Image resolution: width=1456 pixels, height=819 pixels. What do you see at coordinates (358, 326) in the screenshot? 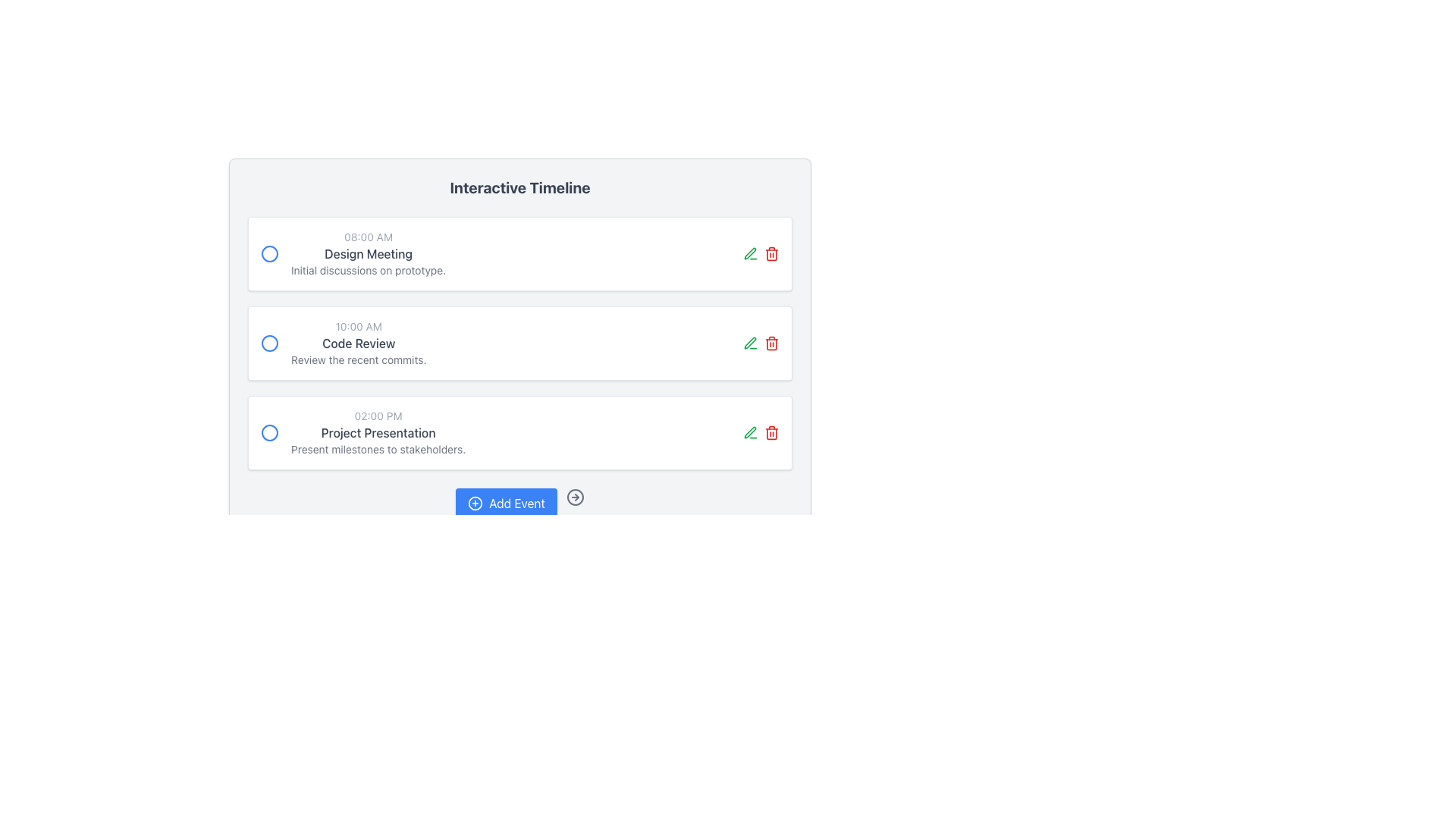
I see `the time label displaying '10:00 AM', which is styled in small gray text and positioned at the top of the 'Code Review' entry` at bounding box center [358, 326].